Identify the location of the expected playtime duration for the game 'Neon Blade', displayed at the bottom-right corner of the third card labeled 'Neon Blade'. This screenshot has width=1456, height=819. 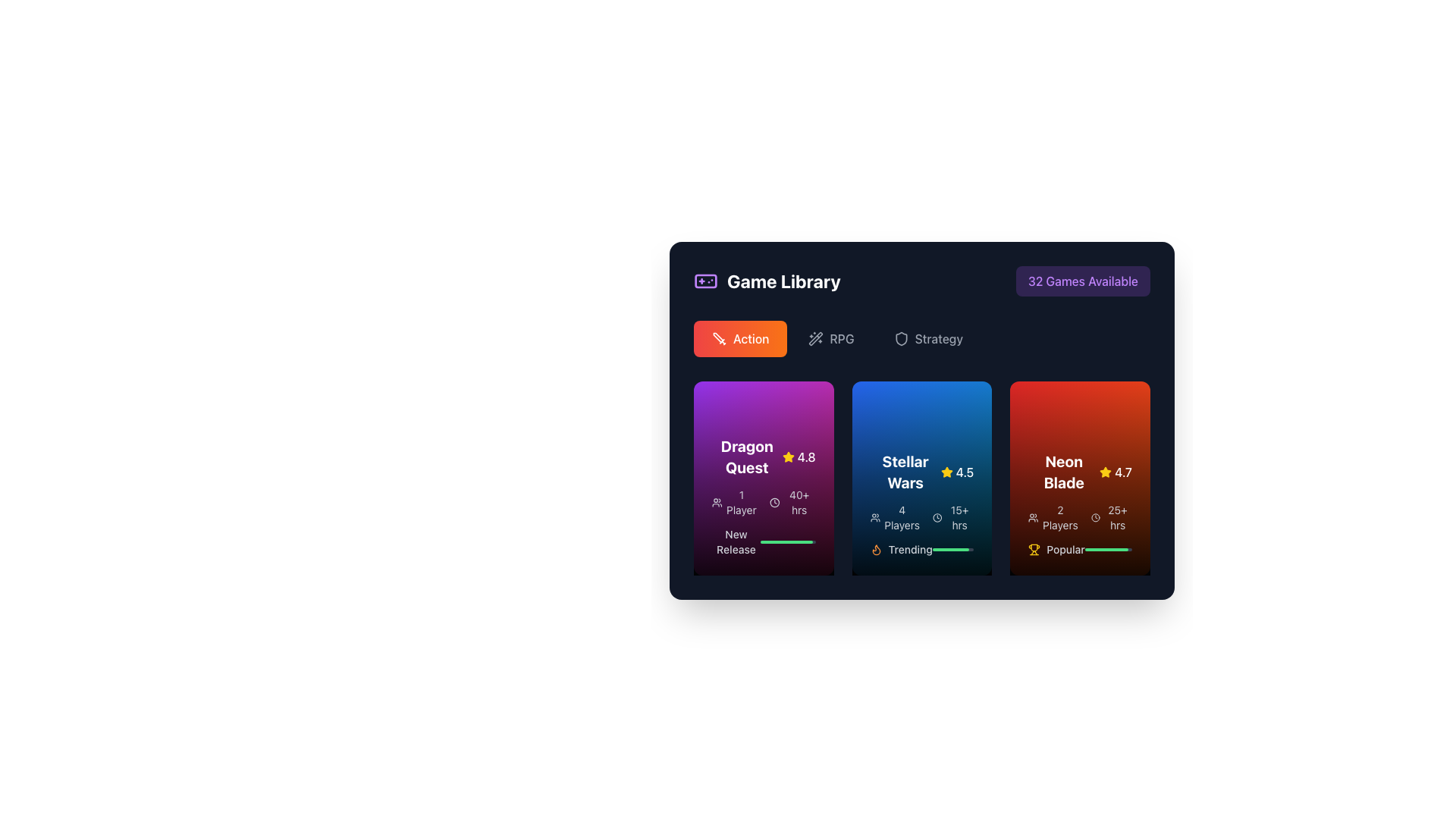
(1111, 516).